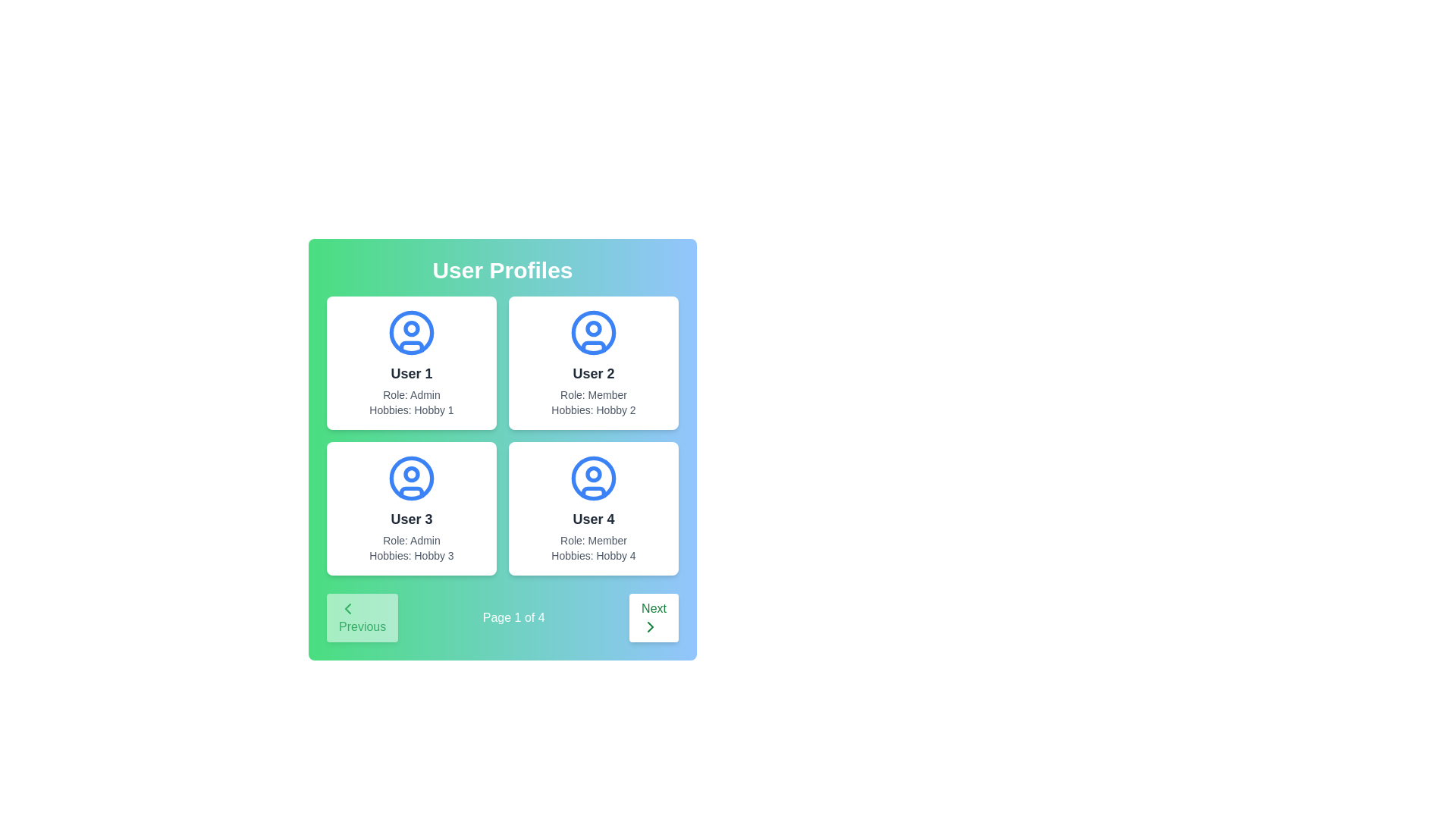  I want to click on the static text label representing the user's name in the fourth user profile card, located in the bottom-right of a 2x2 grid layout, so click(592, 519).